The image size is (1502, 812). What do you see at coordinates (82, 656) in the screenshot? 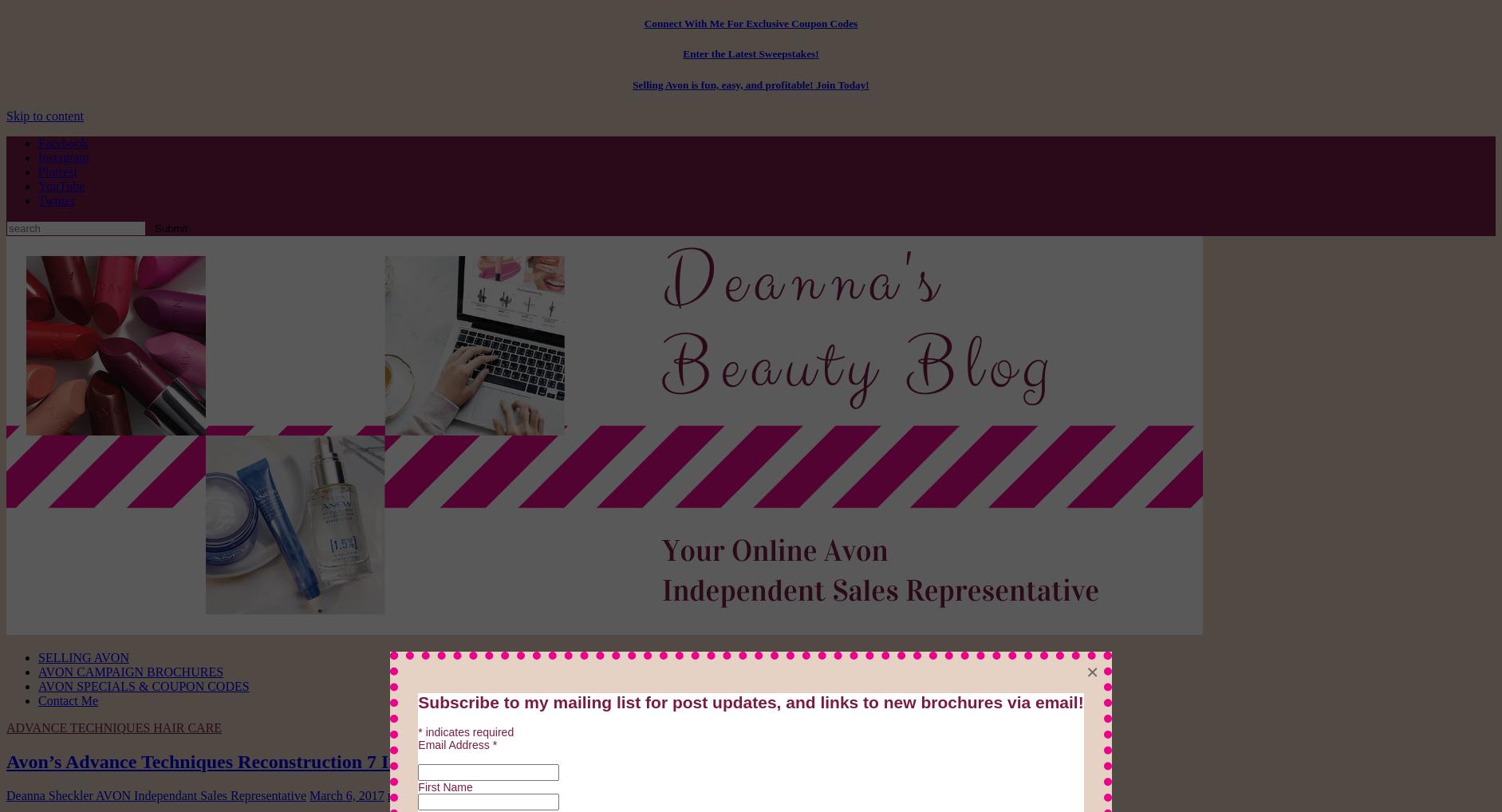
I see `'SELLING AVON'` at bounding box center [82, 656].